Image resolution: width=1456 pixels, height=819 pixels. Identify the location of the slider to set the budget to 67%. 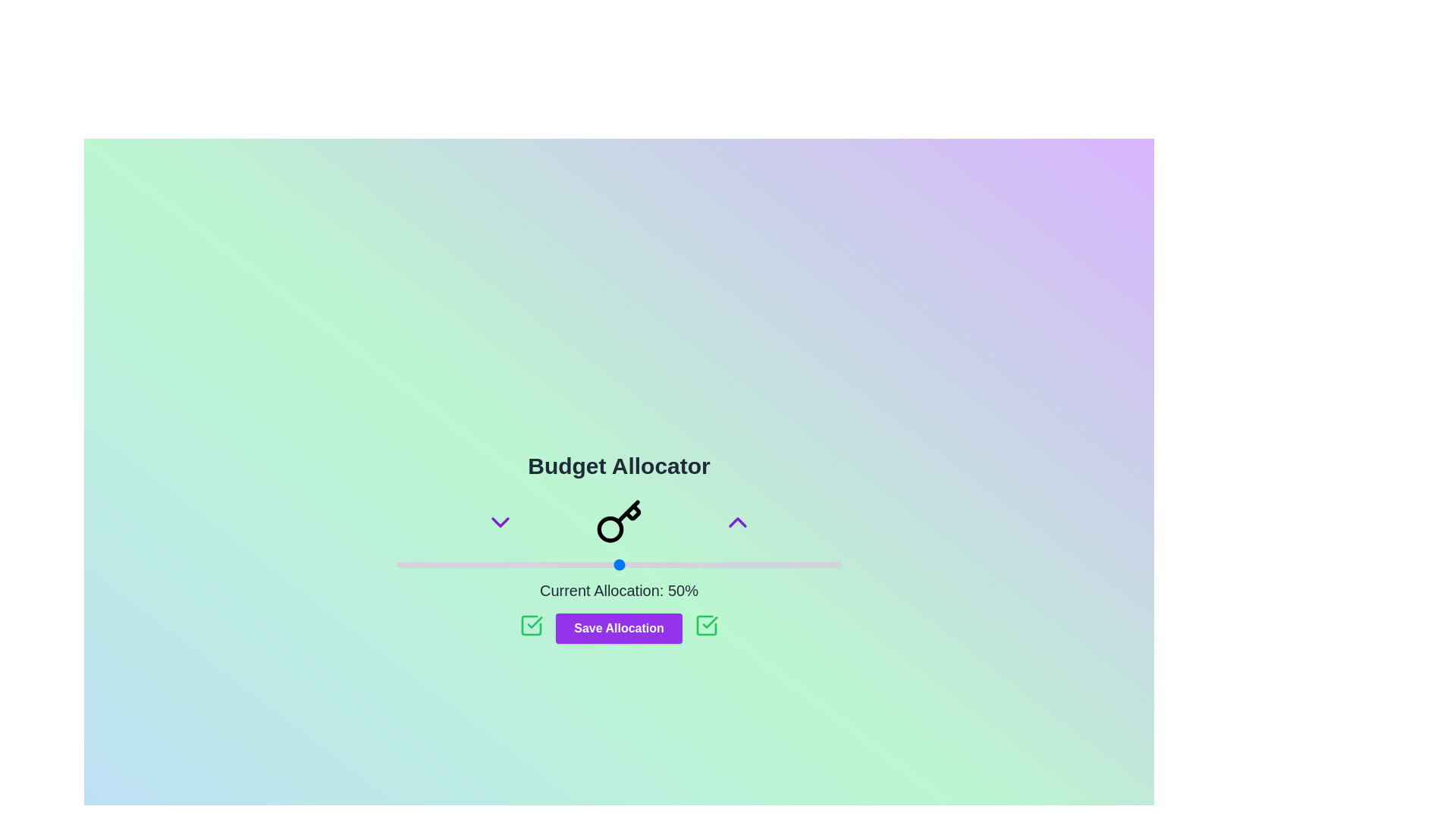
(694, 564).